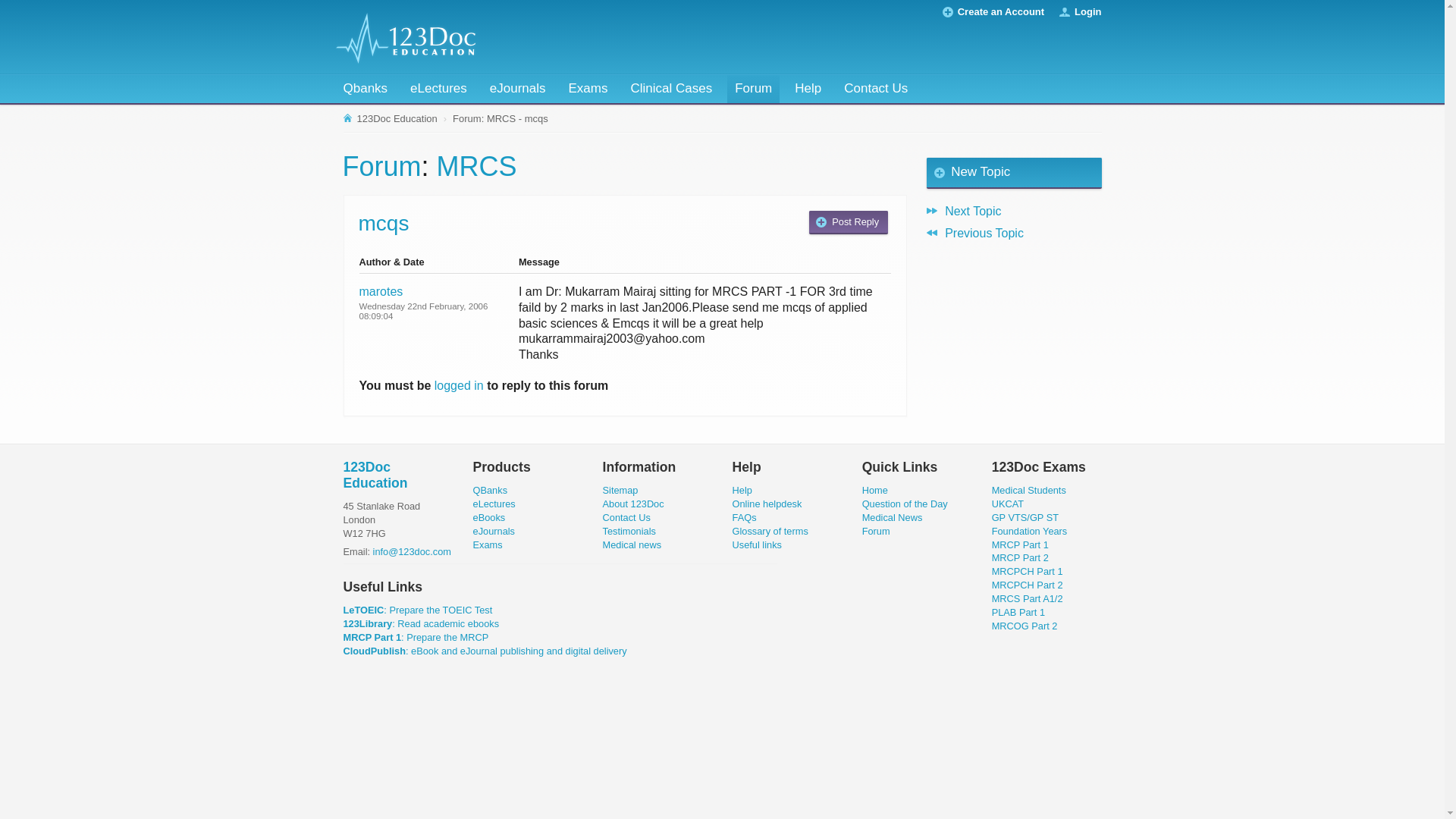  Describe the element at coordinates (391, 118) in the screenshot. I see `'123Doc Education'` at that location.